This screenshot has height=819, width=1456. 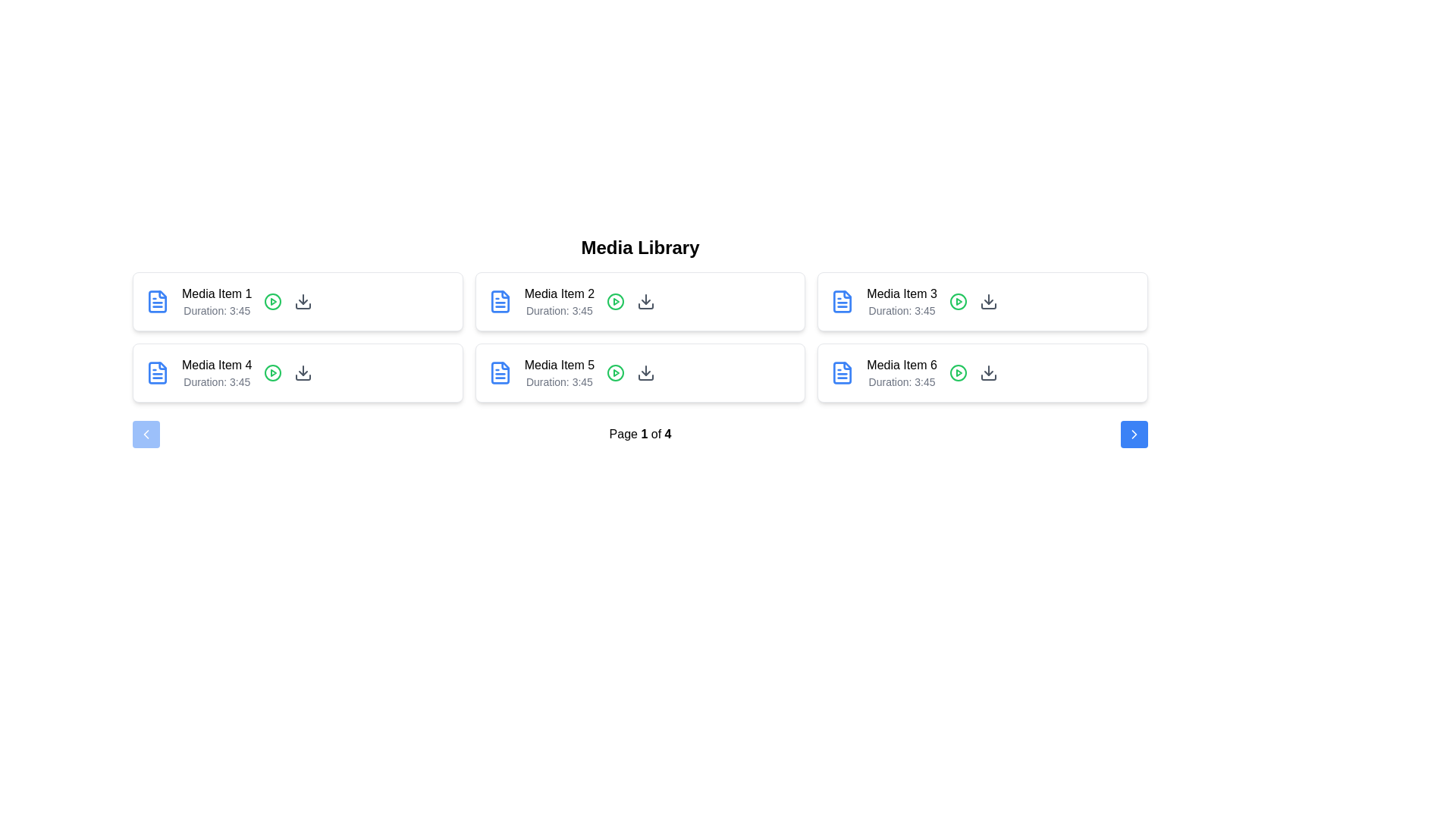 What do you see at coordinates (216, 373) in the screenshot?
I see `text from the informational label displaying the title and duration of the media item located in the second row, first column of the media library grid` at bounding box center [216, 373].